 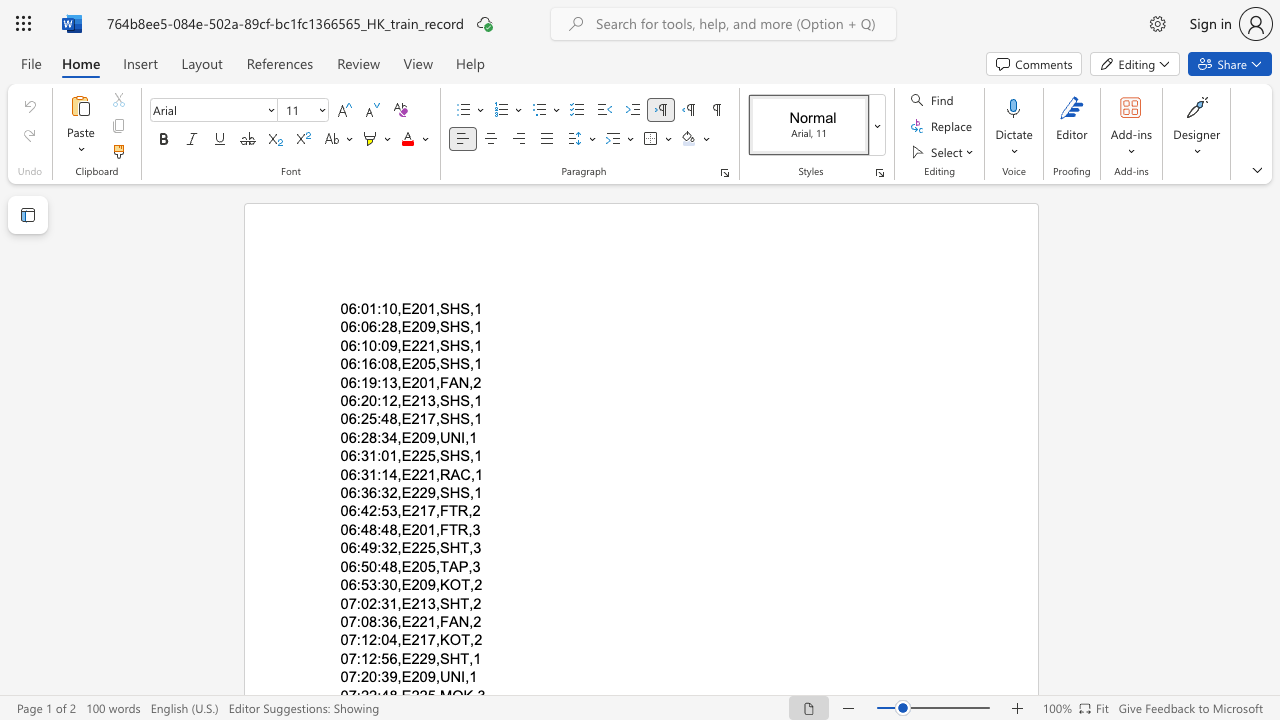 I want to click on the space between the continuous character "1" and "3" in the text, so click(x=426, y=401).